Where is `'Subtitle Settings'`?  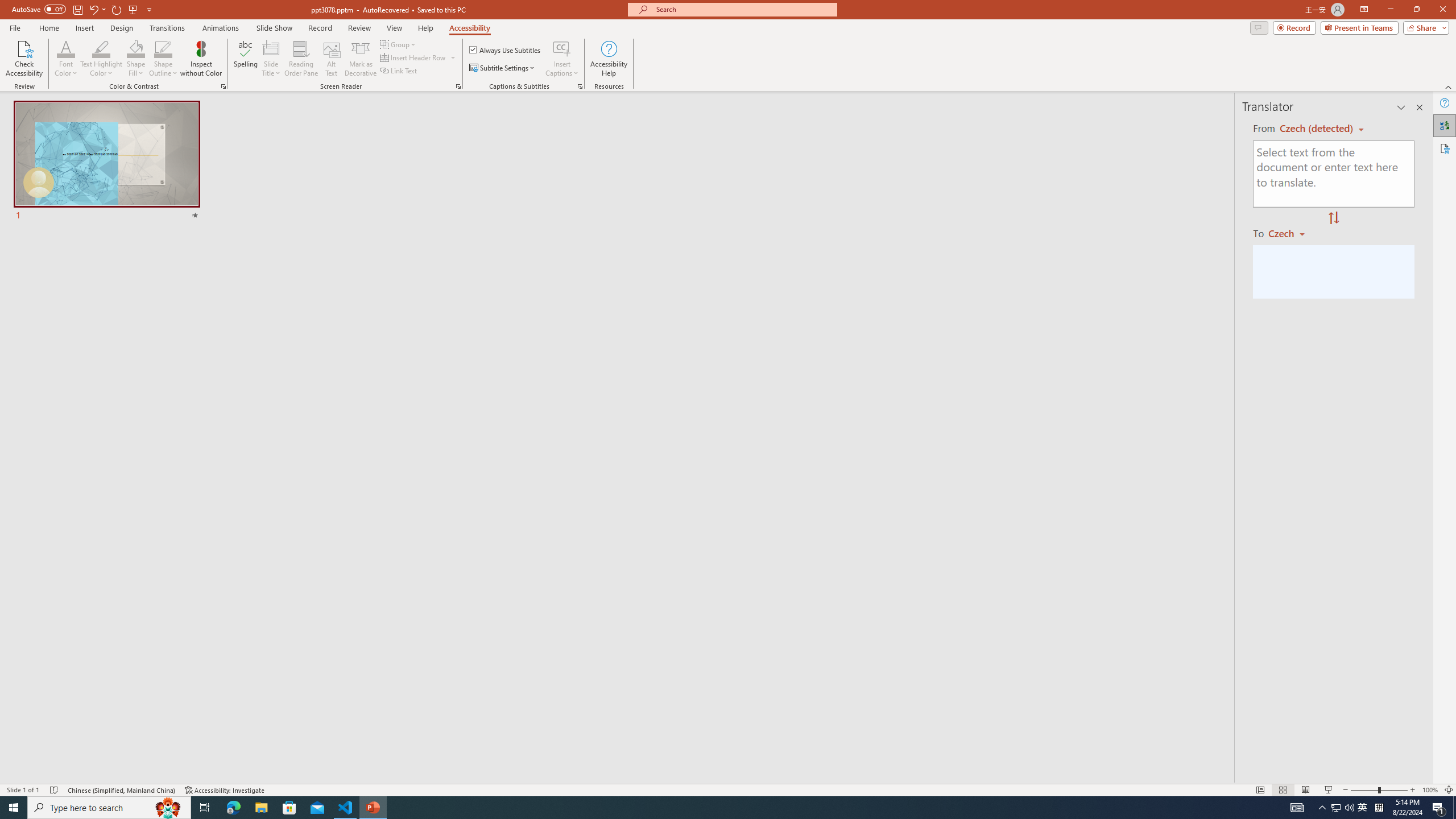 'Subtitle Settings' is located at coordinates (503, 67).